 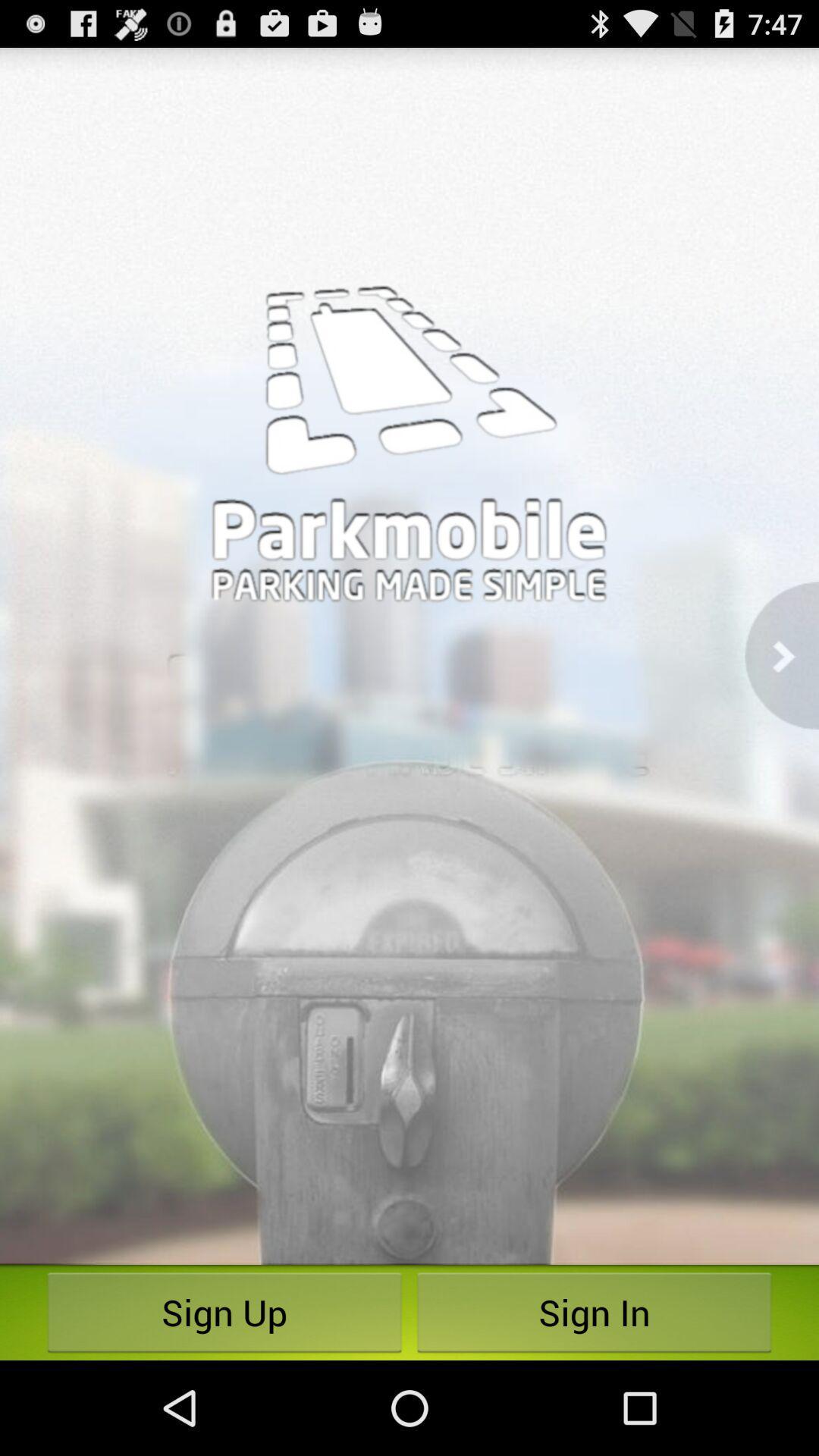 What do you see at coordinates (782, 701) in the screenshot?
I see `the arrow_forward icon` at bounding box center [782, 701].